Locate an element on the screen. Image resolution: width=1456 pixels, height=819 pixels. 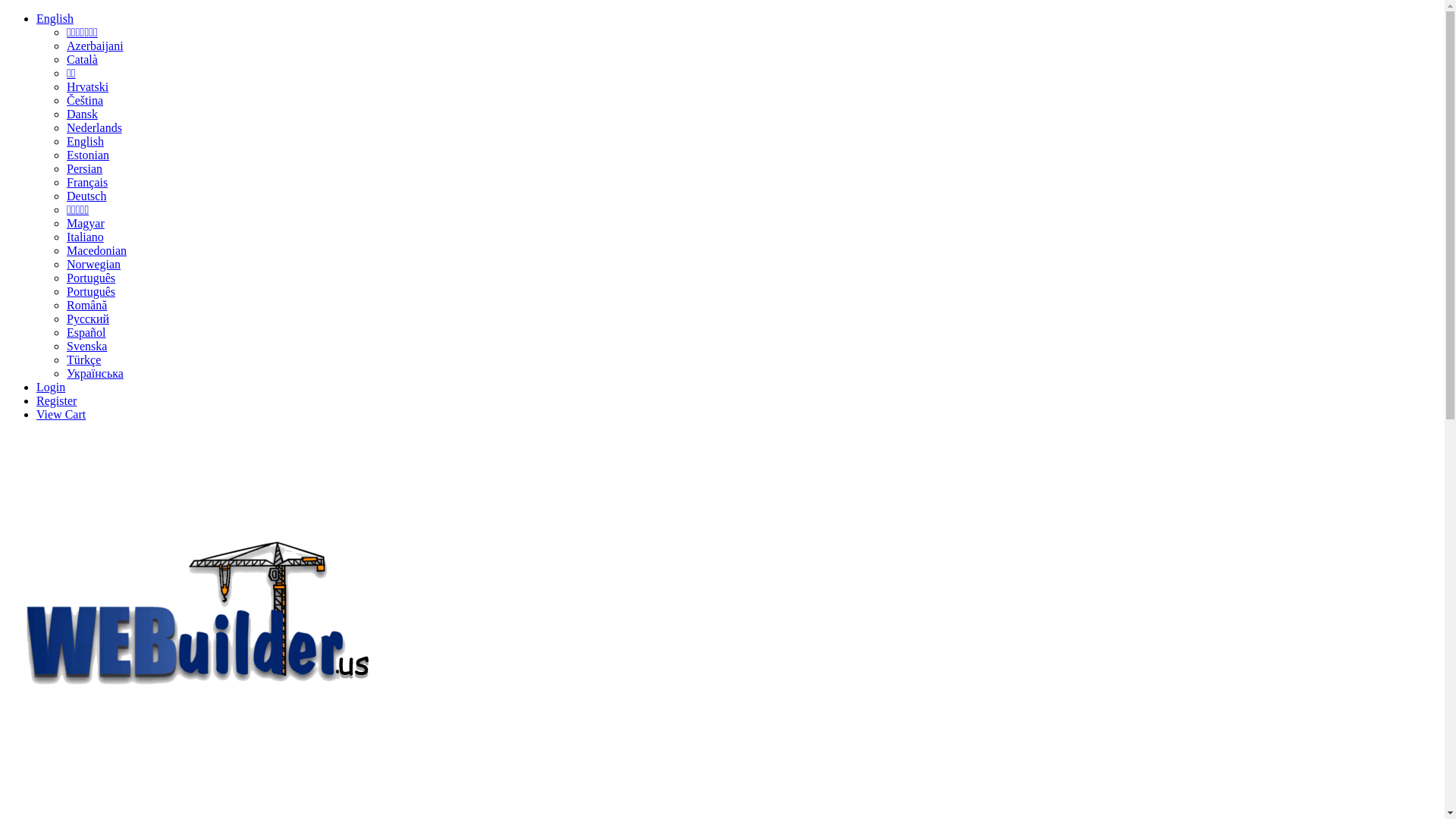
'Magyar' is located at coordinates (85, 223).